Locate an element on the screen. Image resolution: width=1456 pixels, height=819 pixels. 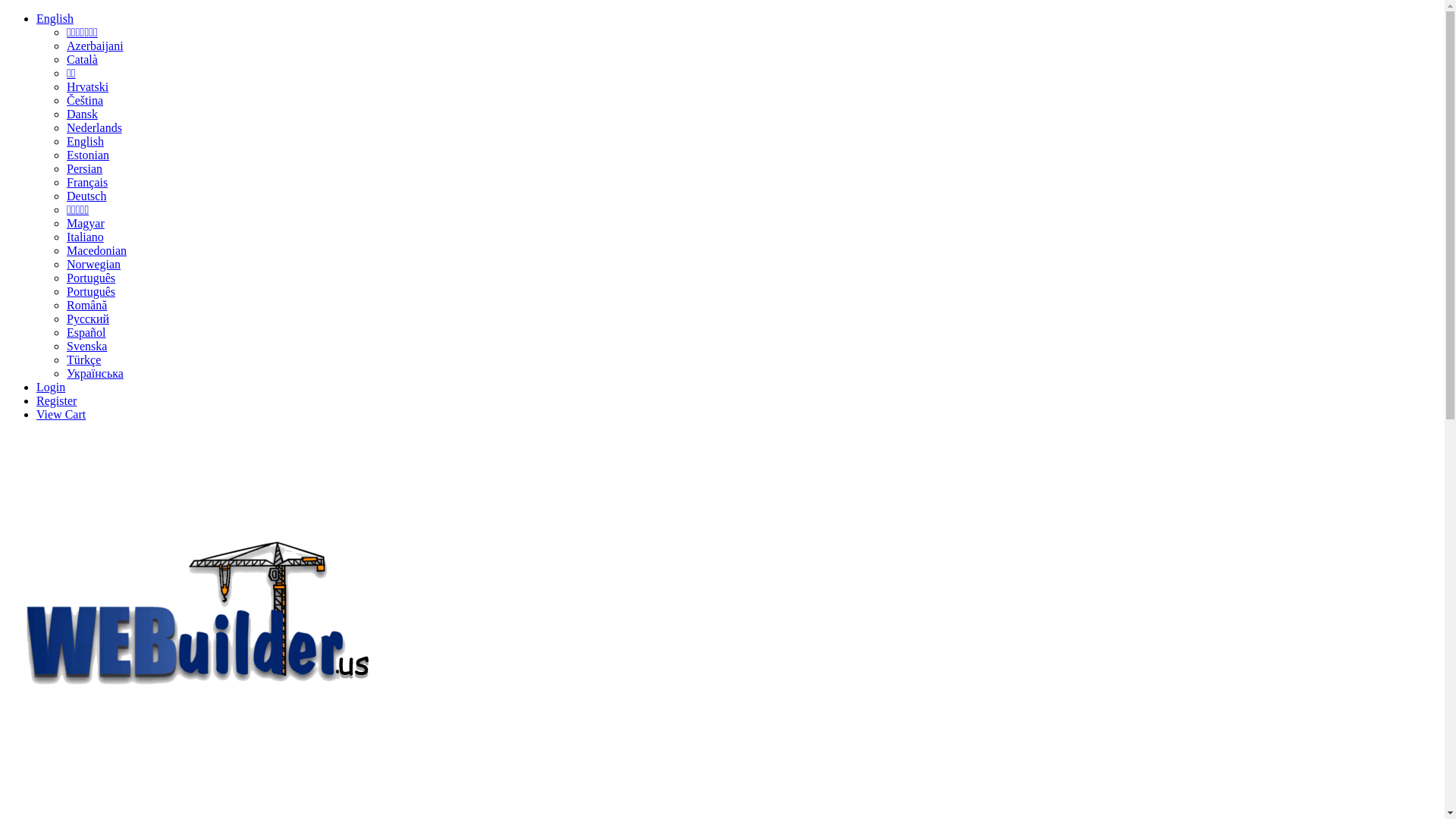
'Magyar' is located at coordinates (85, 223).